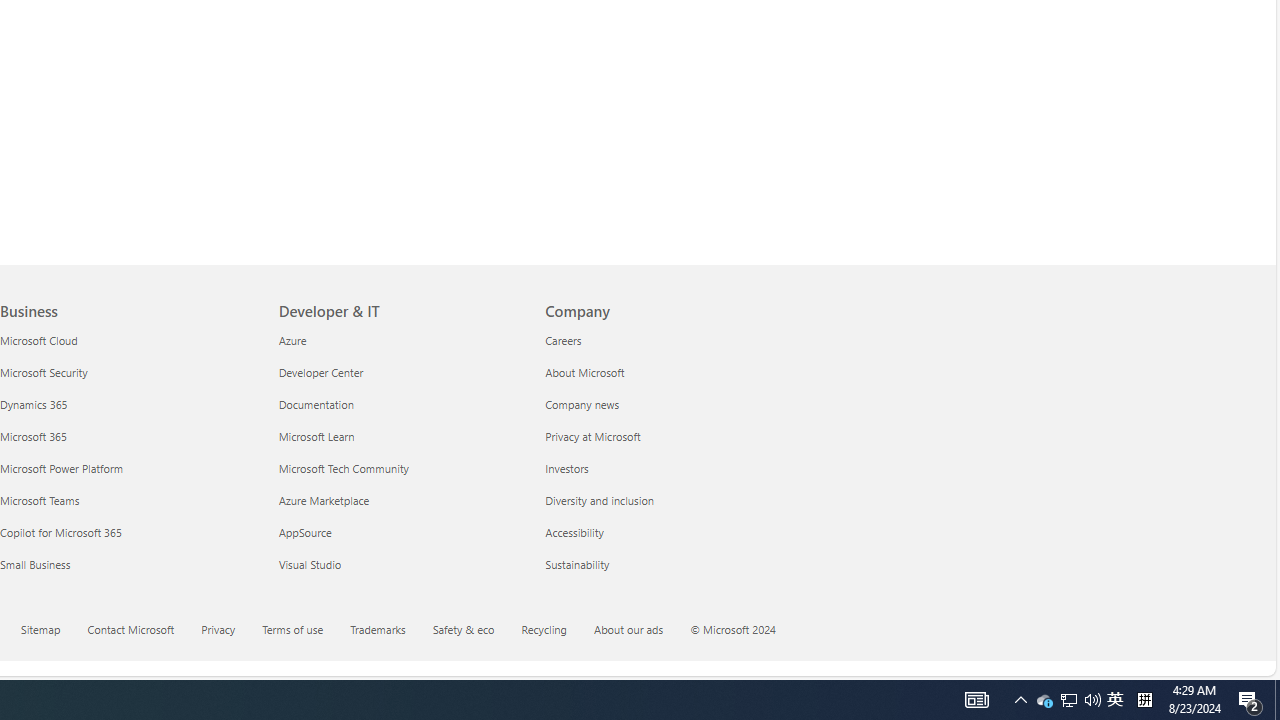 This screenshot has width=1280, height=720. I want to click on 'About Microsoft Company', so click(583, 372).